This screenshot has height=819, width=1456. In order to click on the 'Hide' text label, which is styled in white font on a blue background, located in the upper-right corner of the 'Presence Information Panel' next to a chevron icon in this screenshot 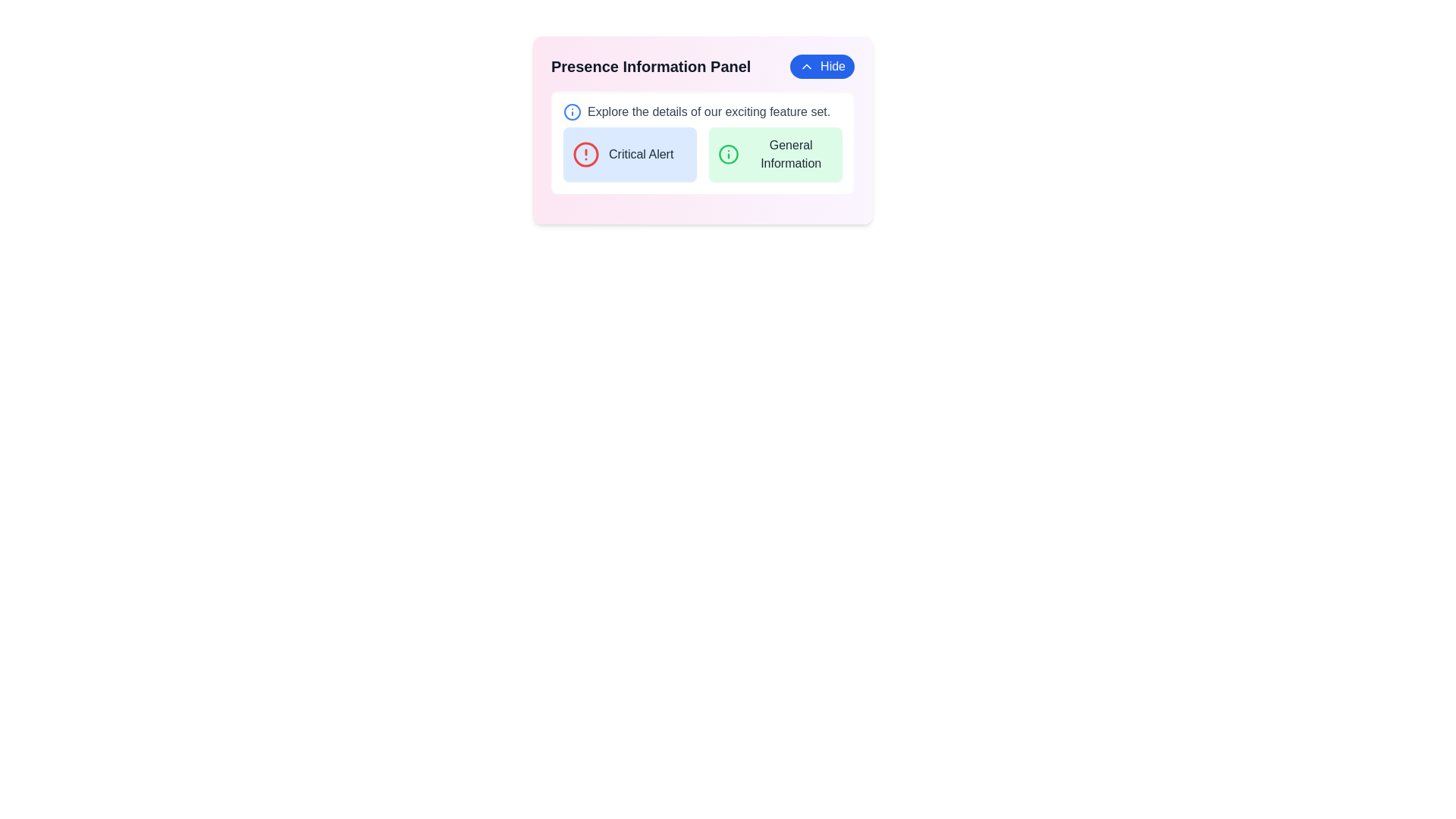, I will do `click(832, 66)`.